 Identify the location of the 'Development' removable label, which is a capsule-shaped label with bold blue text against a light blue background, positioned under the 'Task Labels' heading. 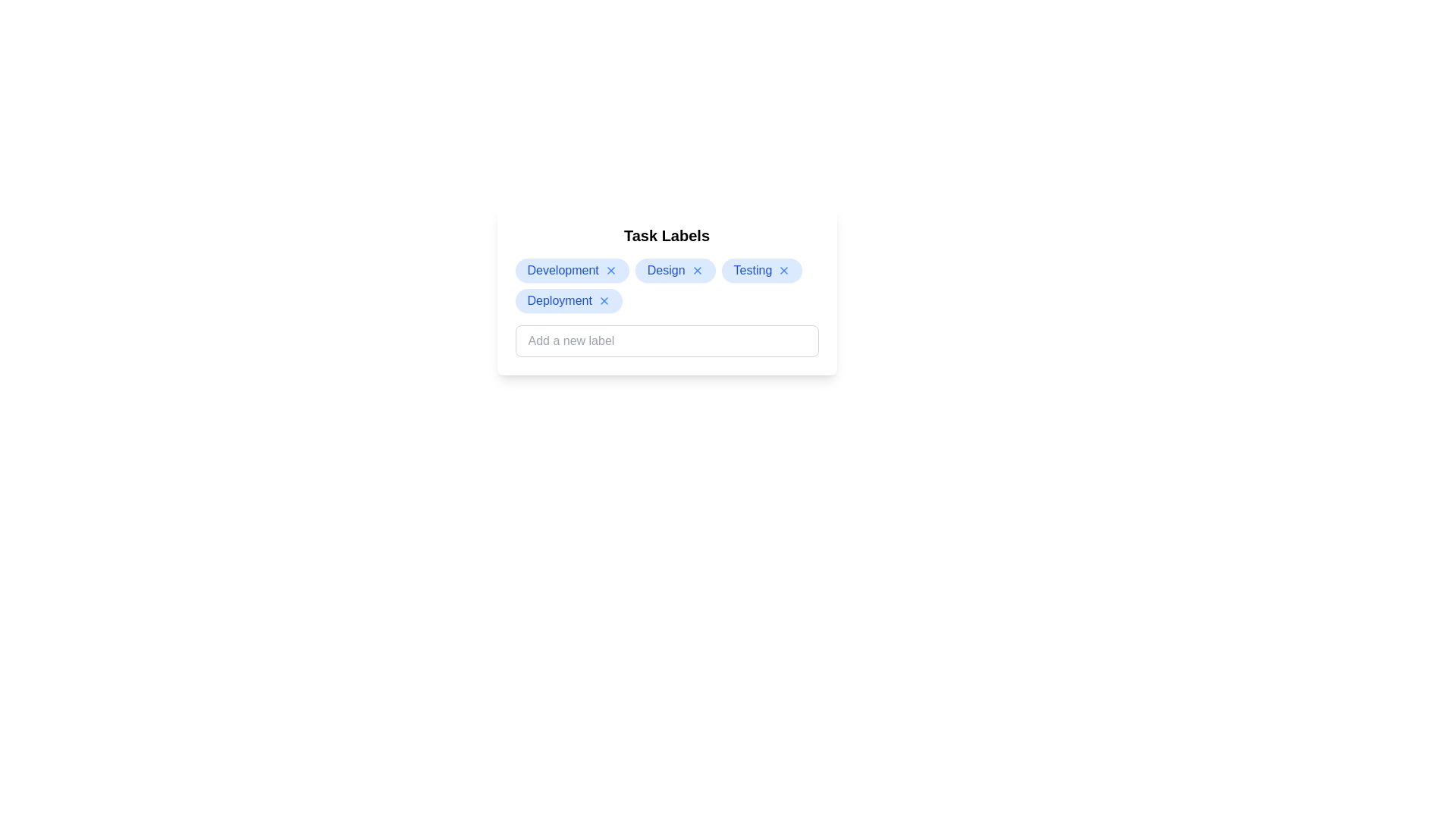
(571, 270).